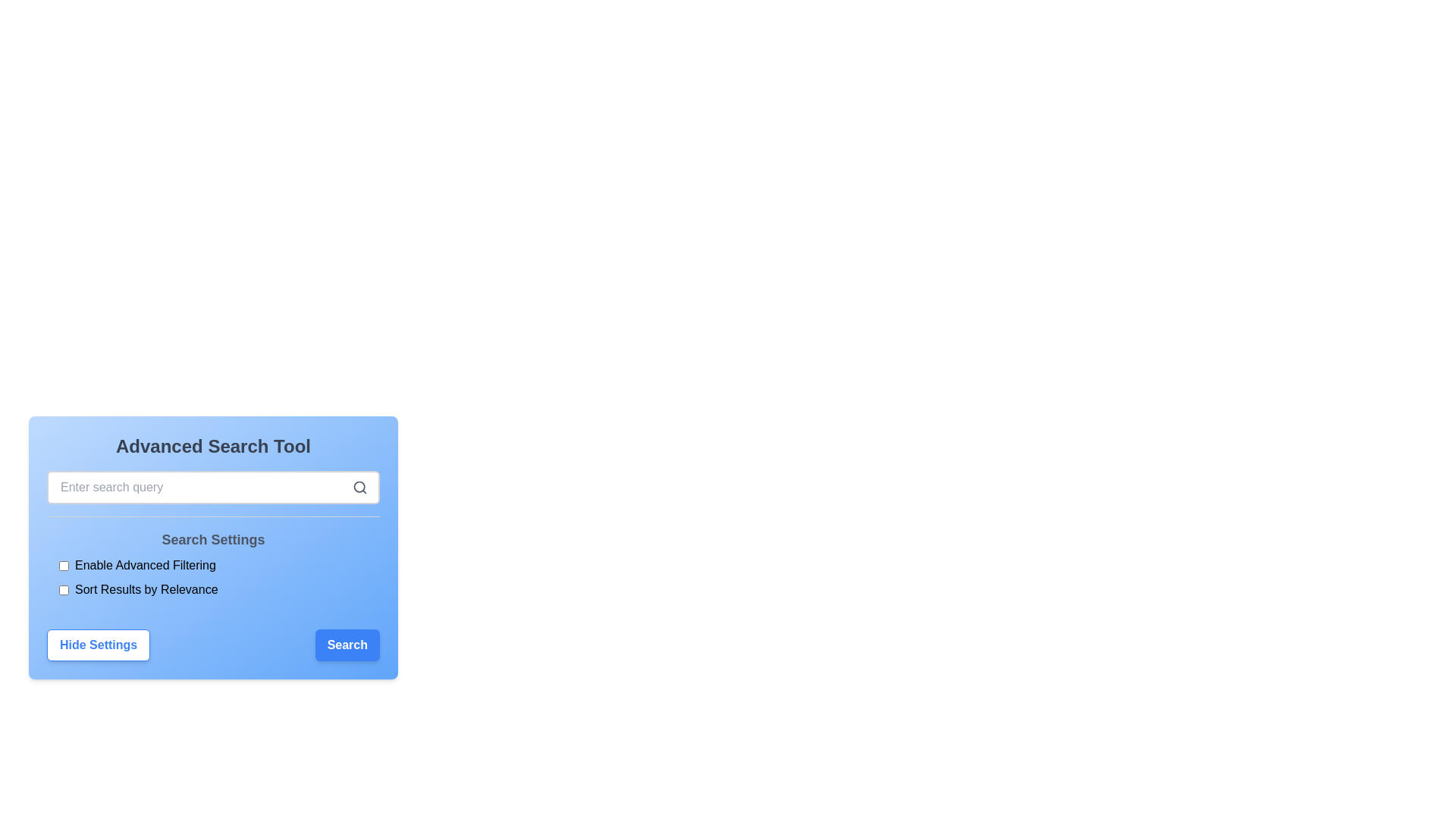 The height and width of the screenshot is (819, 1456). I want to click on the leftmost button in the horizontal row, so click(98, 645).